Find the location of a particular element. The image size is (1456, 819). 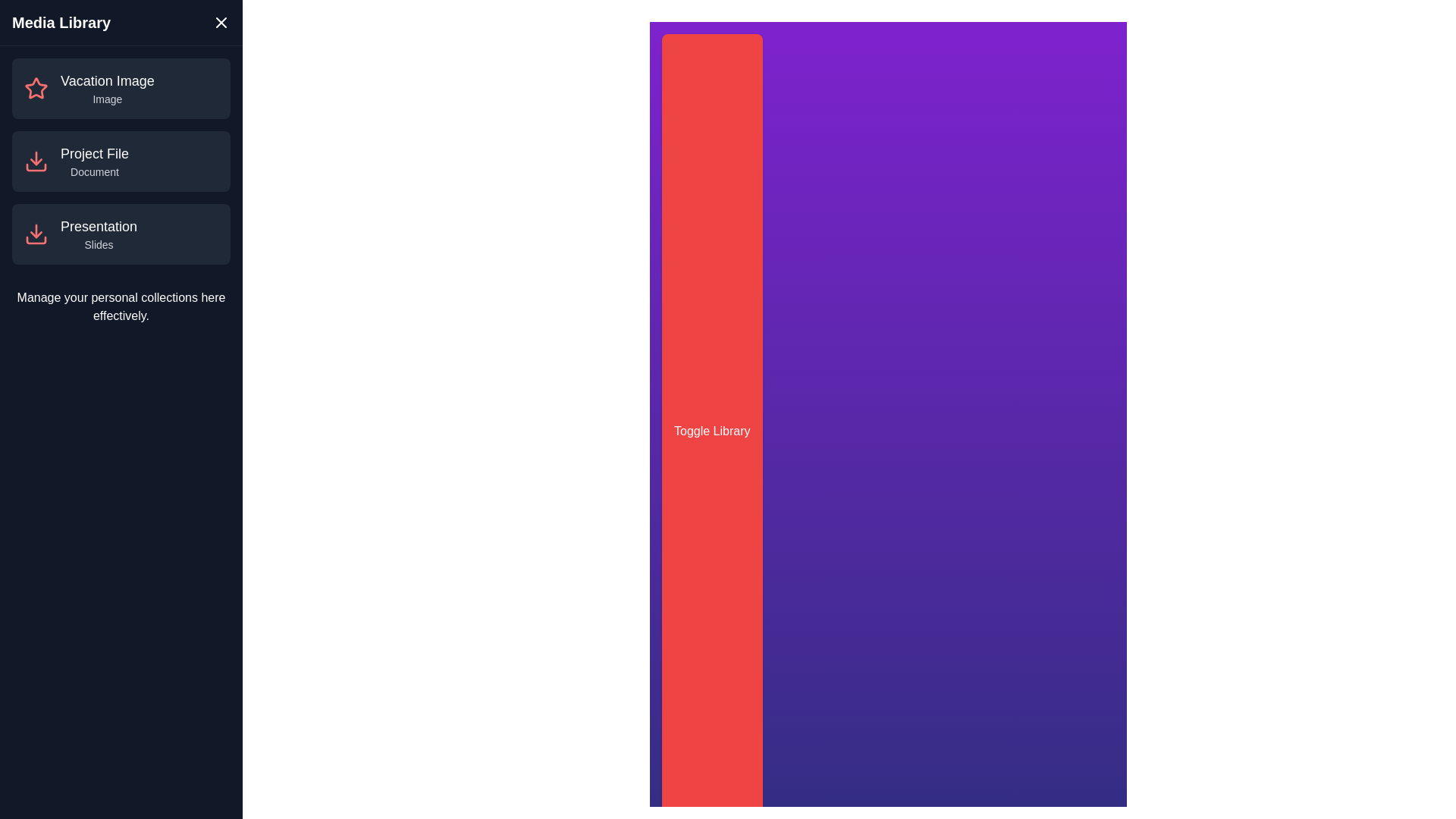

the media item named Vacation Image from the list is located at coordinates (120, 88).